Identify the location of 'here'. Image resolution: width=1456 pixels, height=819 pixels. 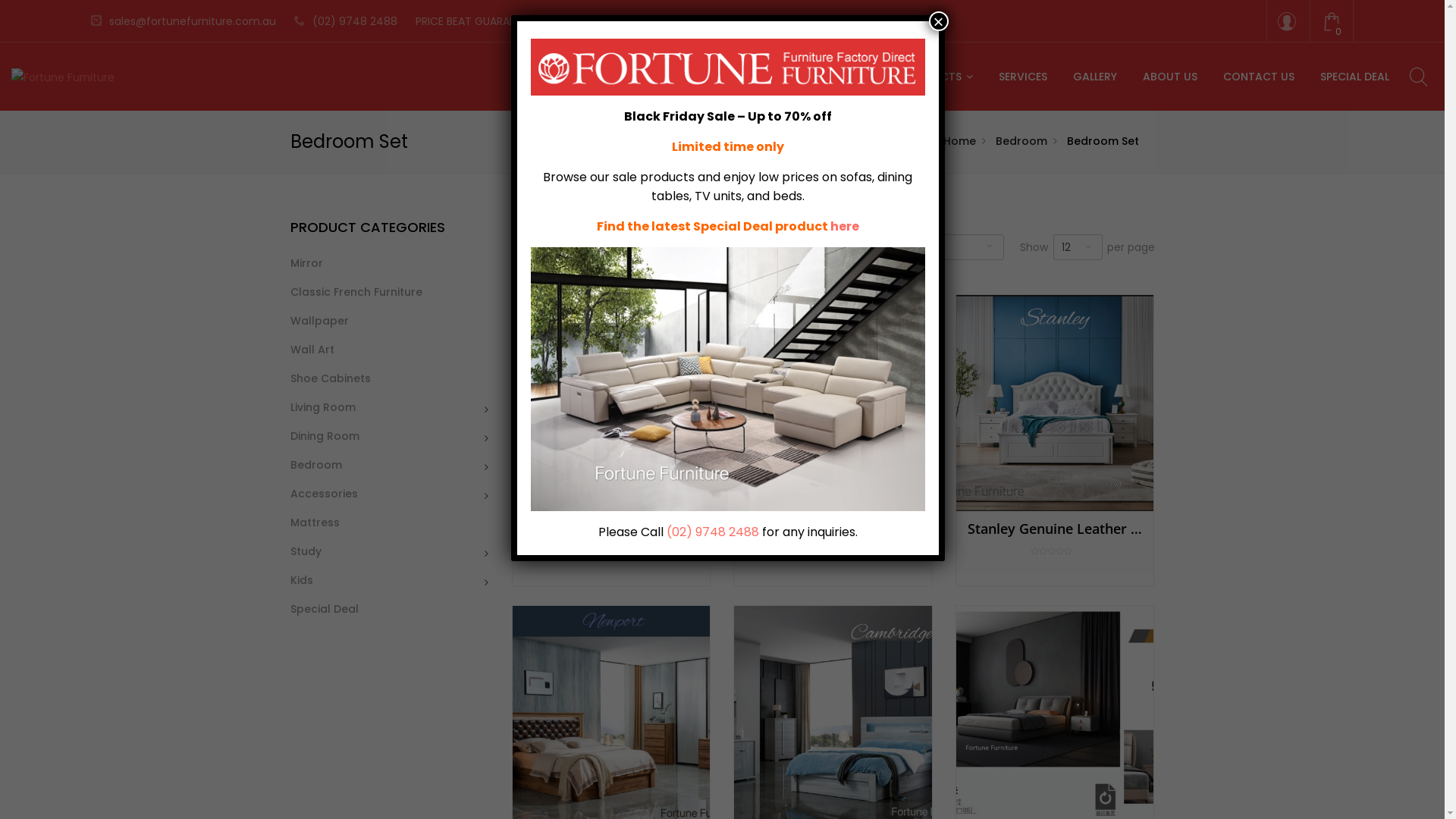
(843, 226).